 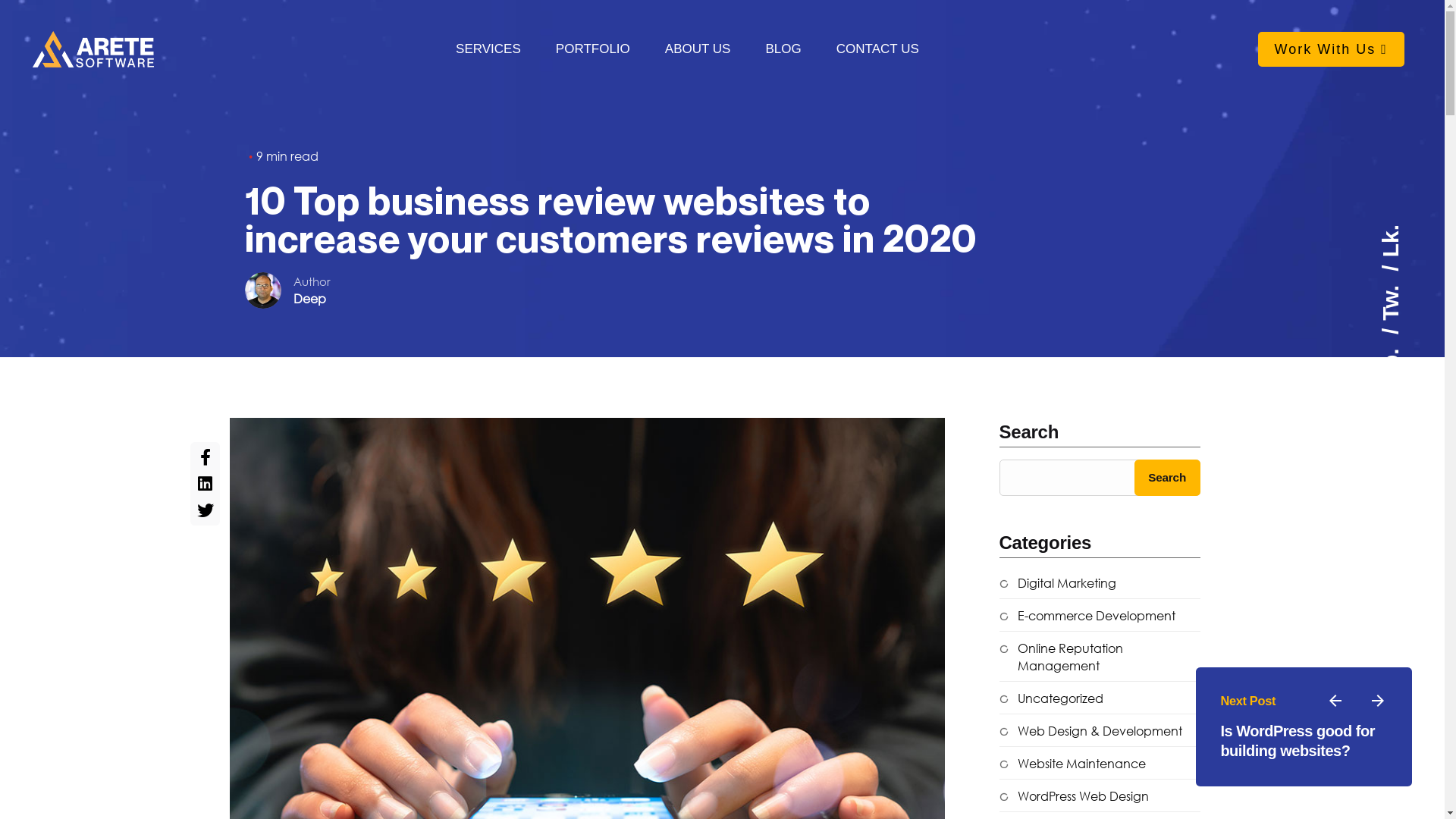 What do you see at coordinates (999, 795) in the screenshot?
I see `'WordPress Web Design'` at bounding box center [999, 795].